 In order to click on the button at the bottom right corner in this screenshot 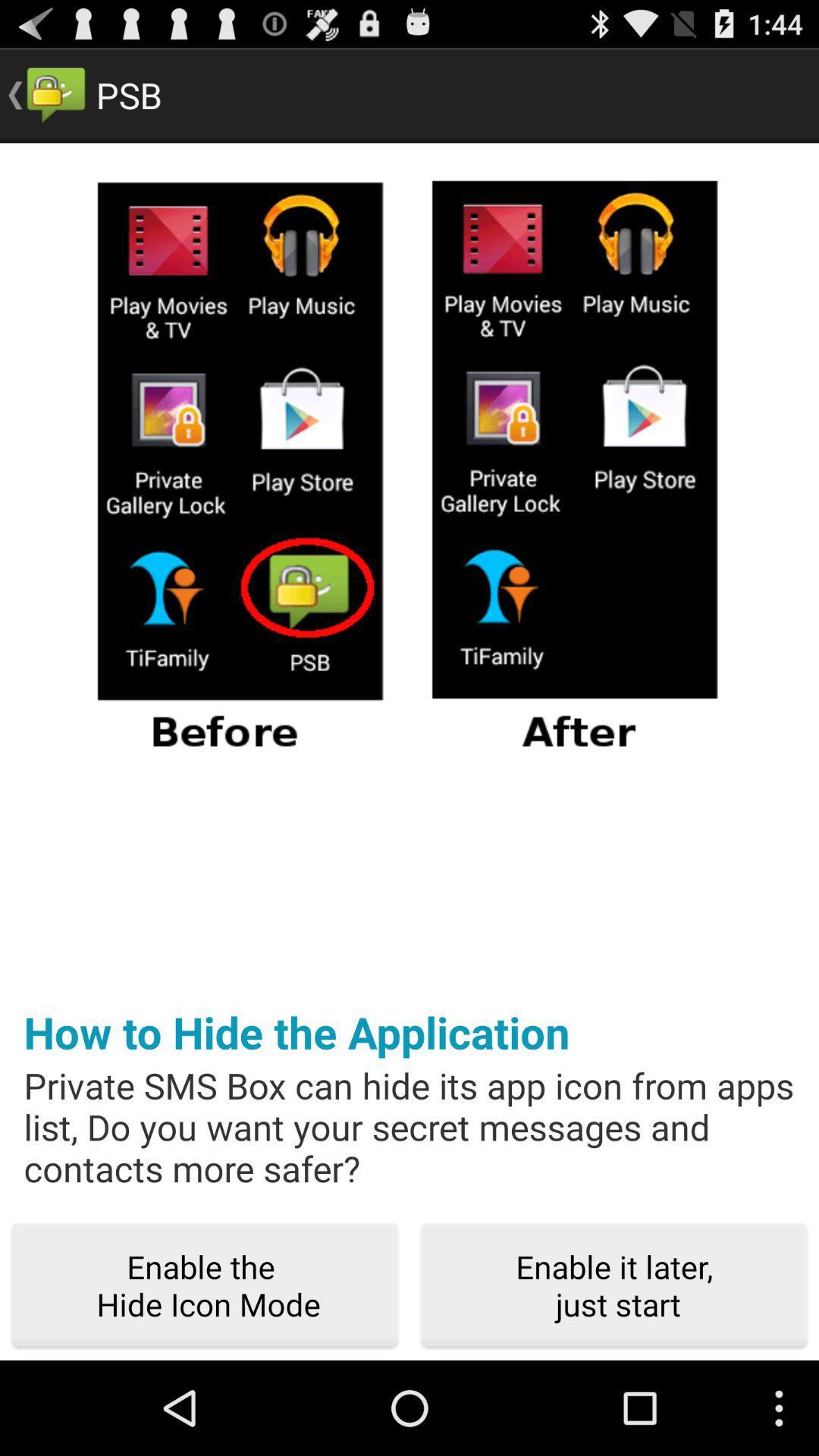, I will do `click(614, 1285)`.